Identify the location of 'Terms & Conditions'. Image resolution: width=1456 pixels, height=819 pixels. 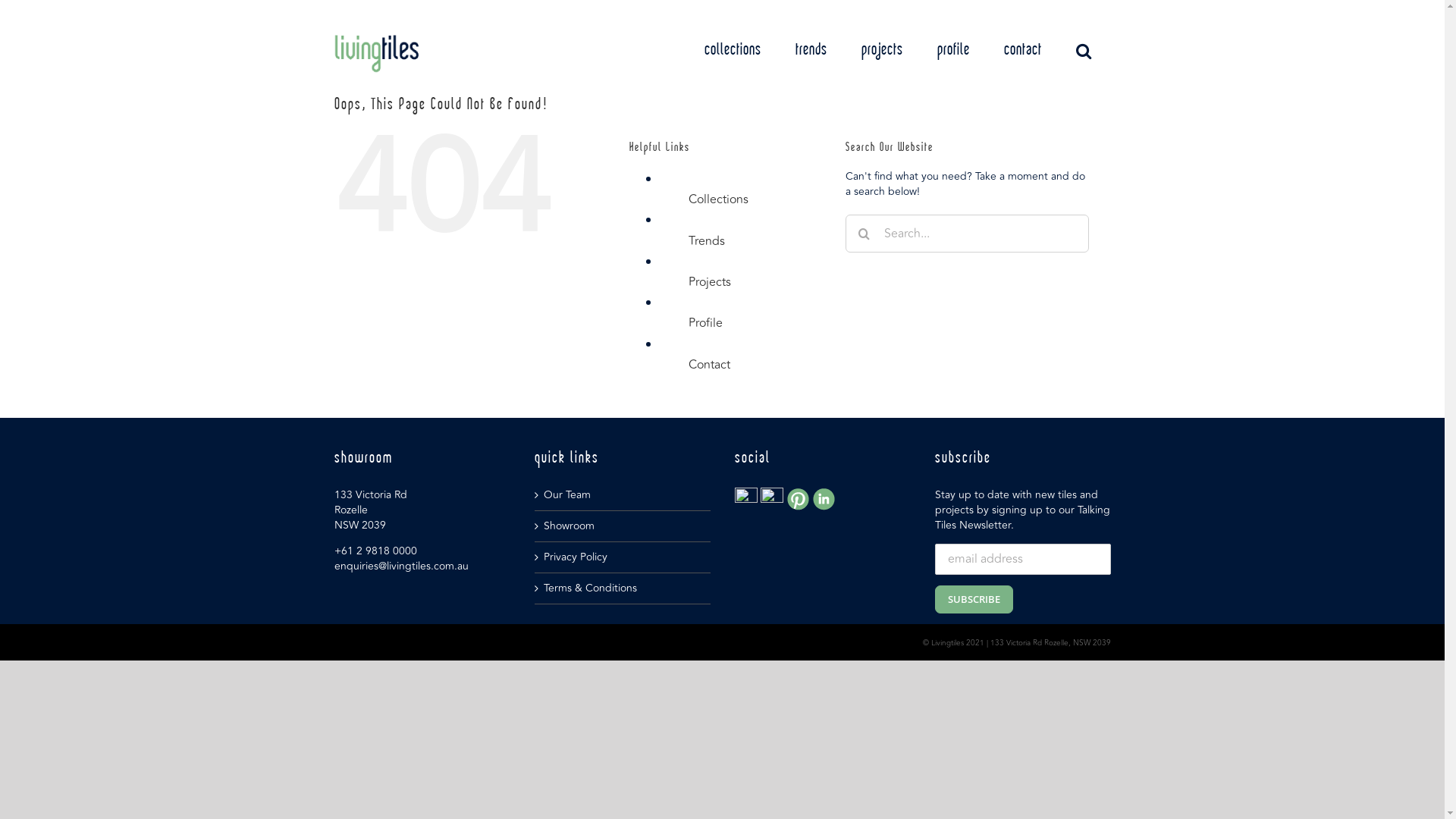
(622, 587).